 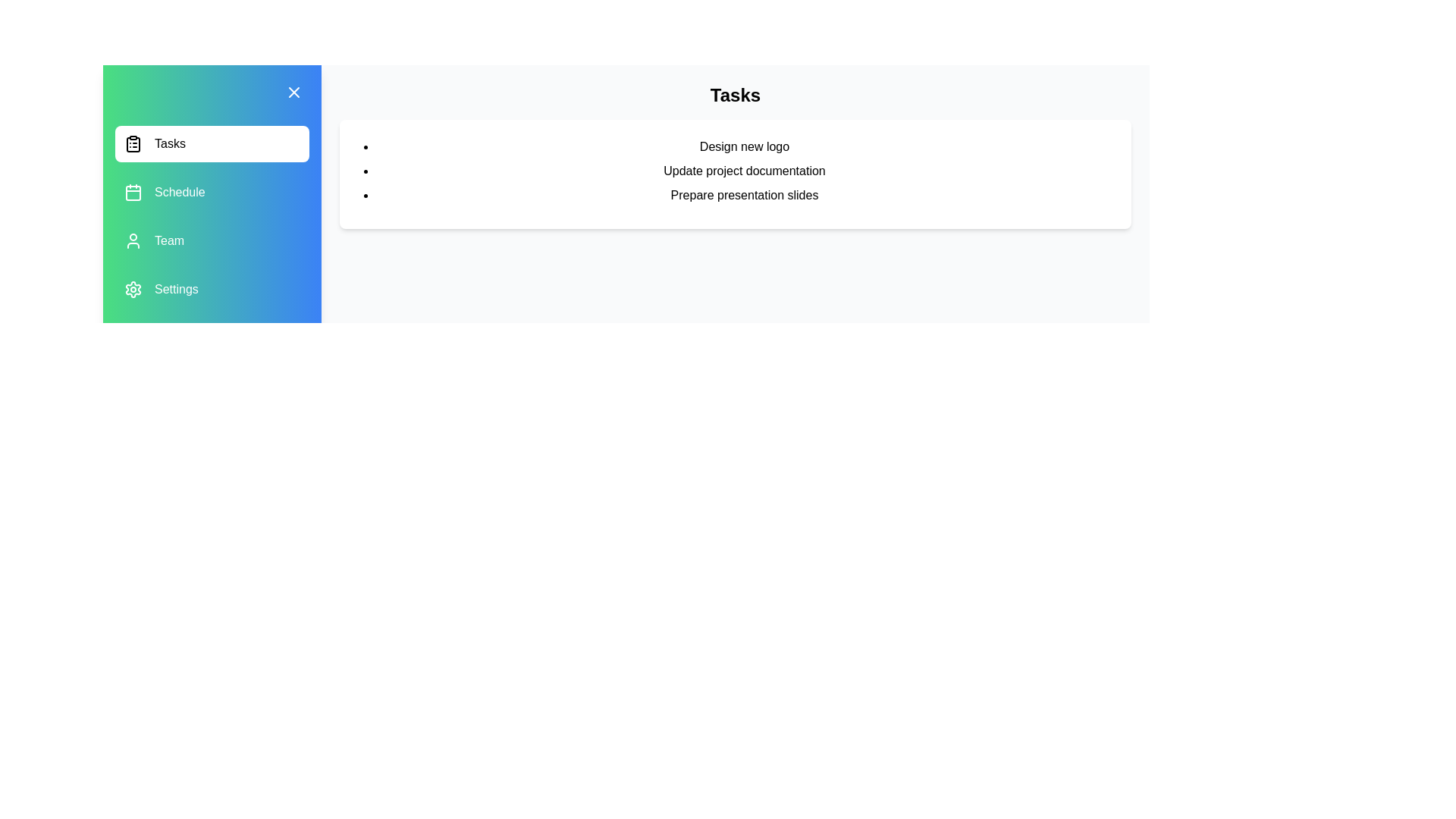 What do you see at coordinates (211, 240) in the screenshot?
I see `the menu item Team to observe the hover effect` at bounding box center [211, 240].